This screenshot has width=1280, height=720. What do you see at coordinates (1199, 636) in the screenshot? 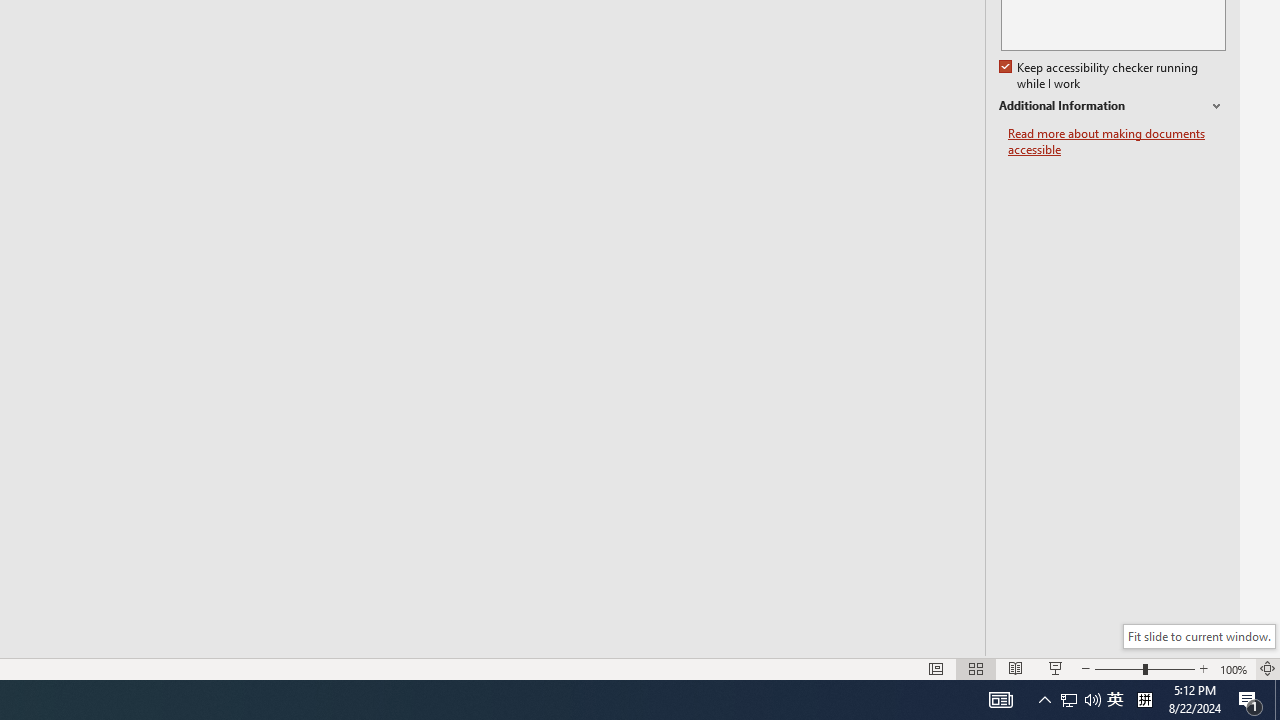
I see `'Fit slide to current window.'` at bounding box center [1199, 636].